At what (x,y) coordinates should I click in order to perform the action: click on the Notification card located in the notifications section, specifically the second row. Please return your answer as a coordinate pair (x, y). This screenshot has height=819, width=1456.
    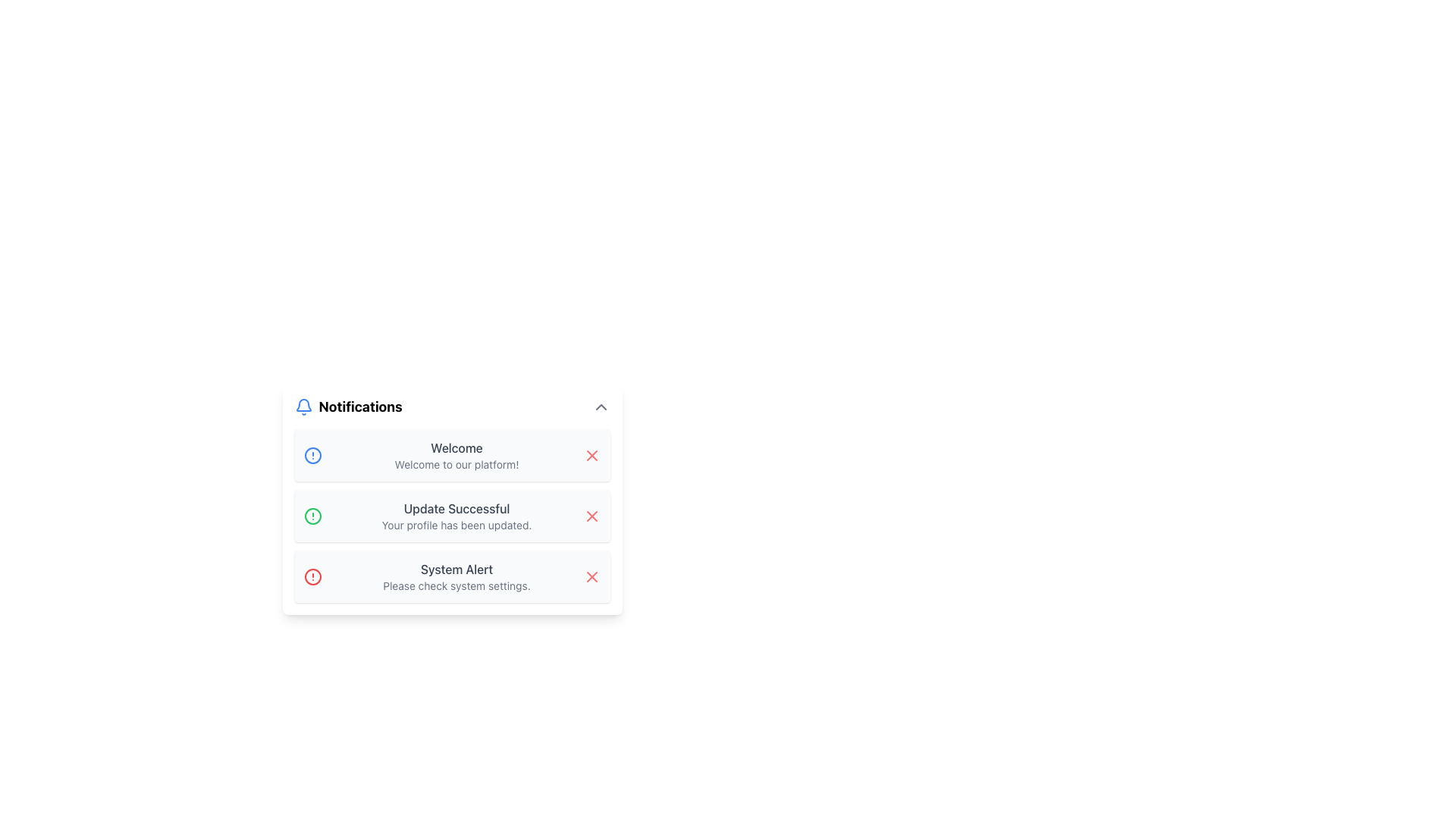
    Looking at the image, I should click on (451, 516).